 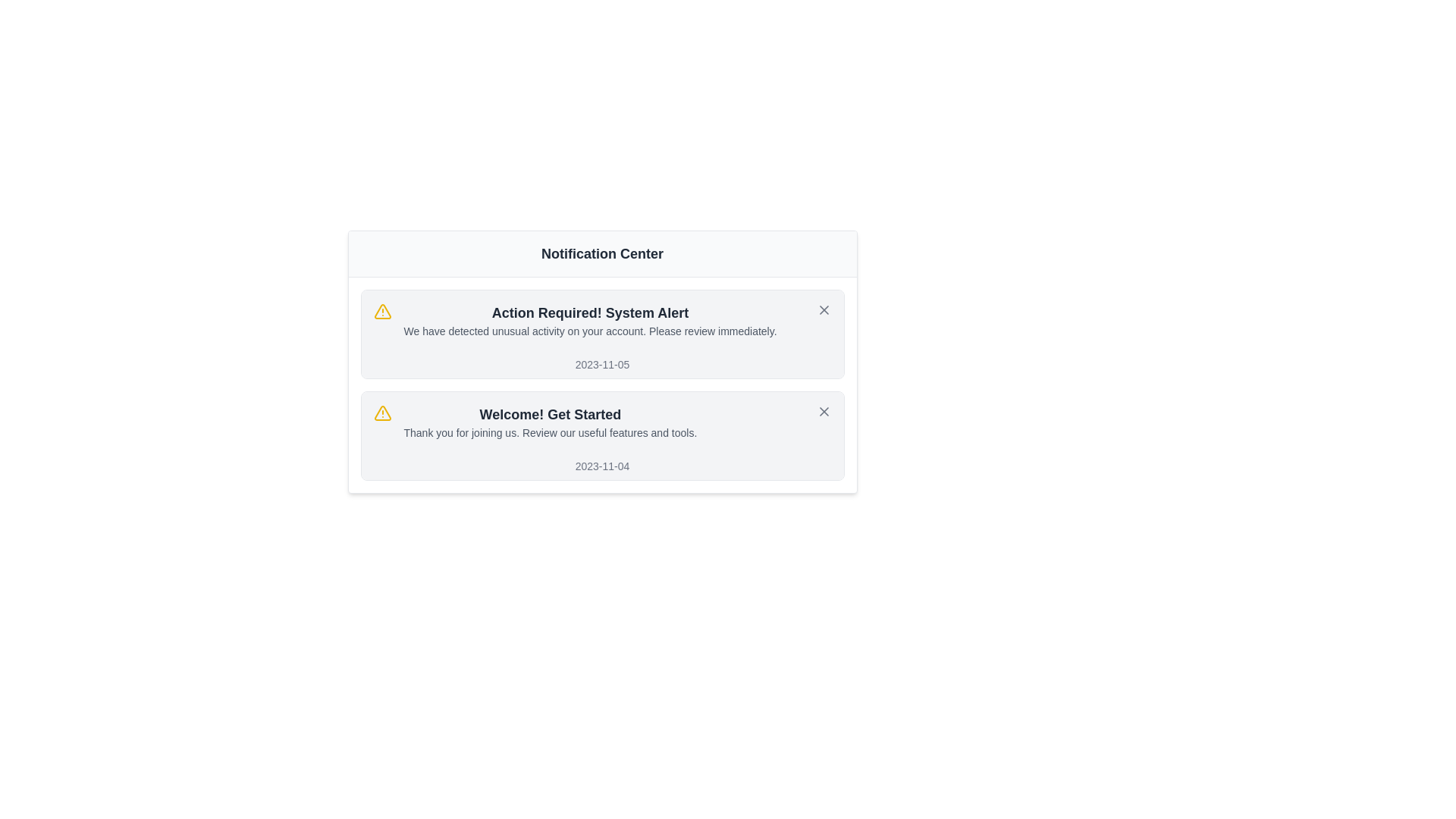 I want to click on the close button icon located to the right of the text 'Action Required! System Alert' in the top notification entry, so click(x=823, y=412).